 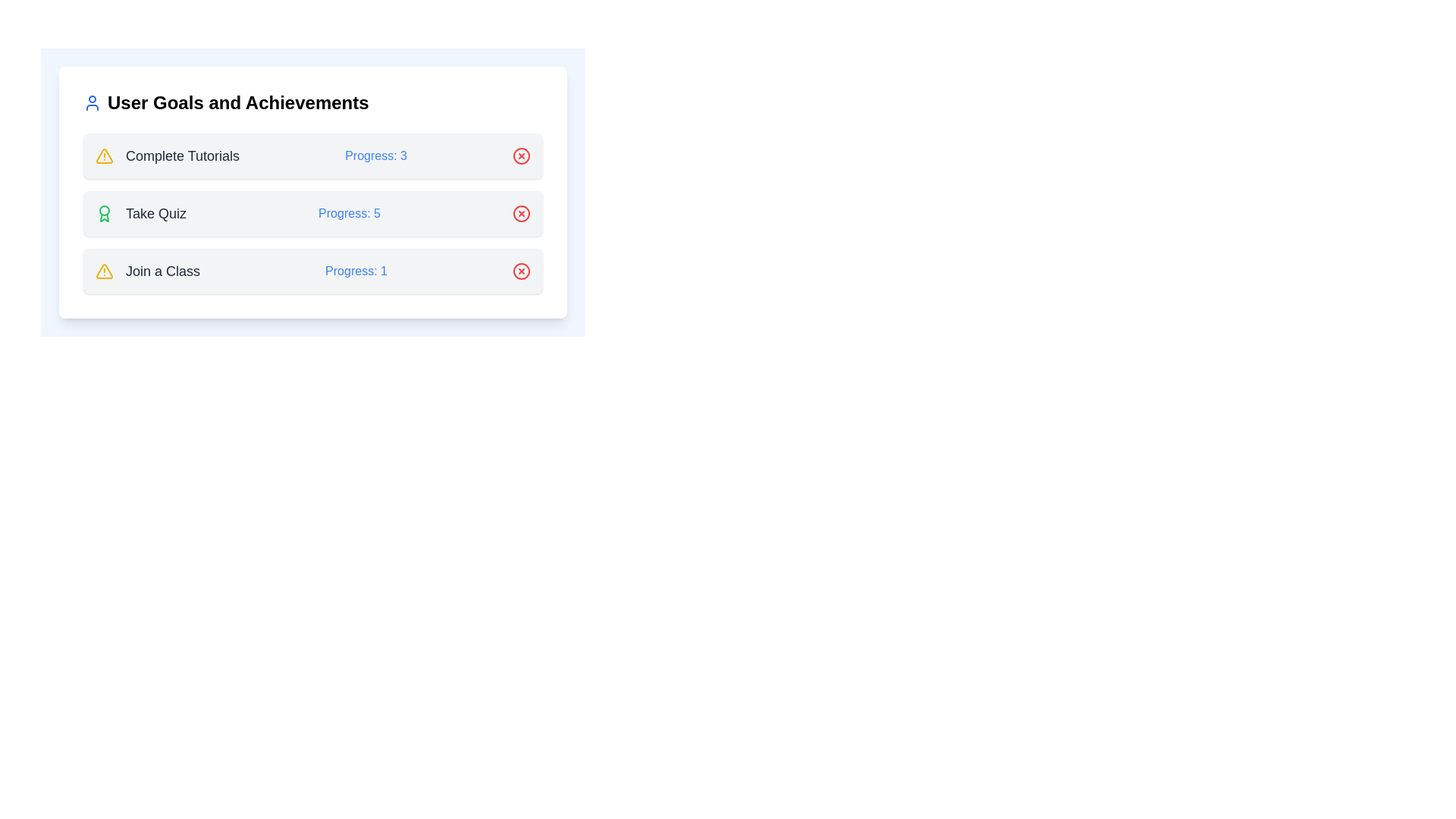 I want to click on the warning icon located to the left of the 'Join a Class' text in the third row under the 'User Goals and Achievements' section, so click(x=104, y=271).